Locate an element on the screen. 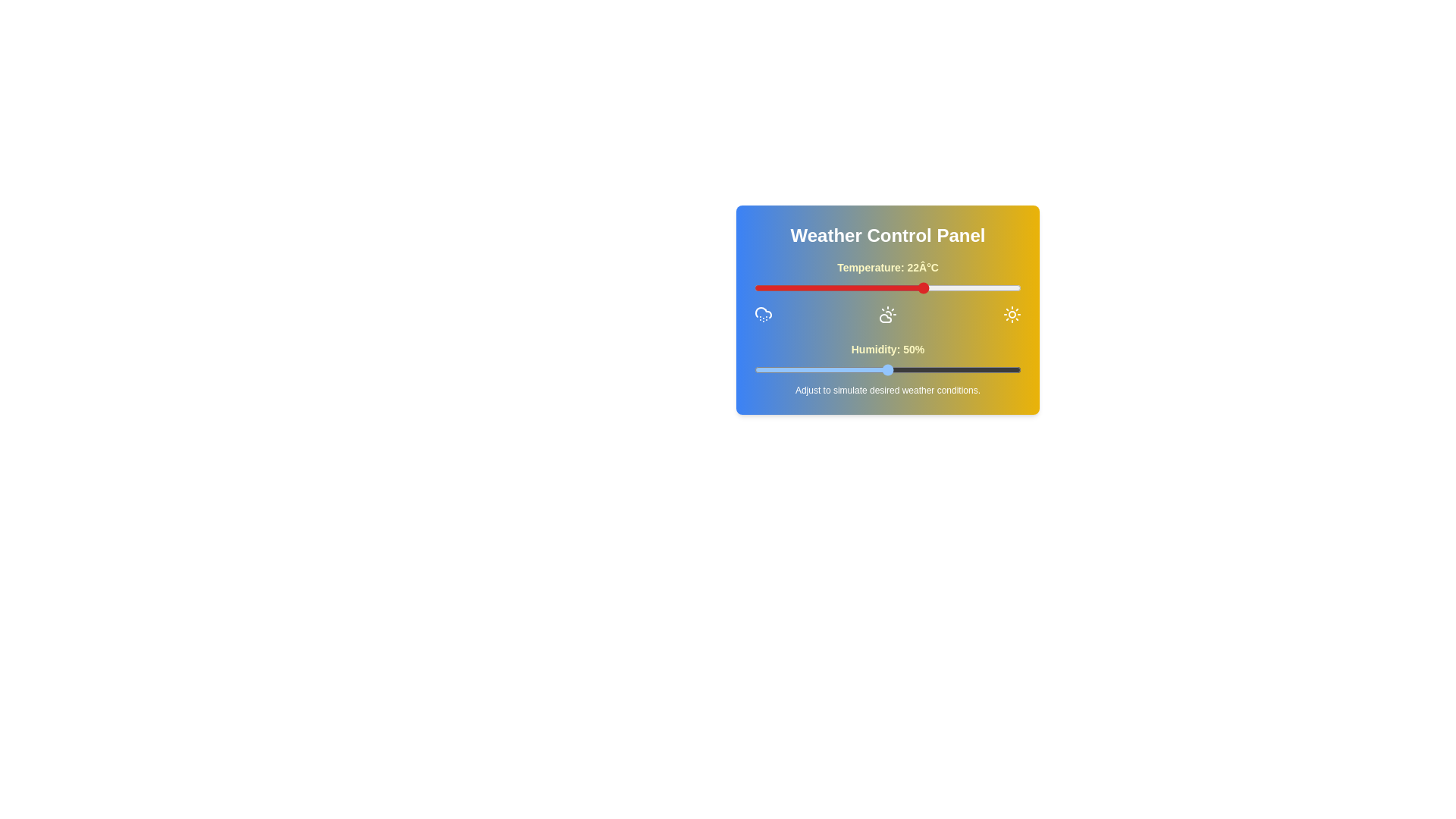 This screenshot has height=819, width=1456. the text label displaying 'Humidity: 50%' in a bold, small font, which is located above a range slider in the 'Weather Control Panel' is located at coordinates (888, 350).